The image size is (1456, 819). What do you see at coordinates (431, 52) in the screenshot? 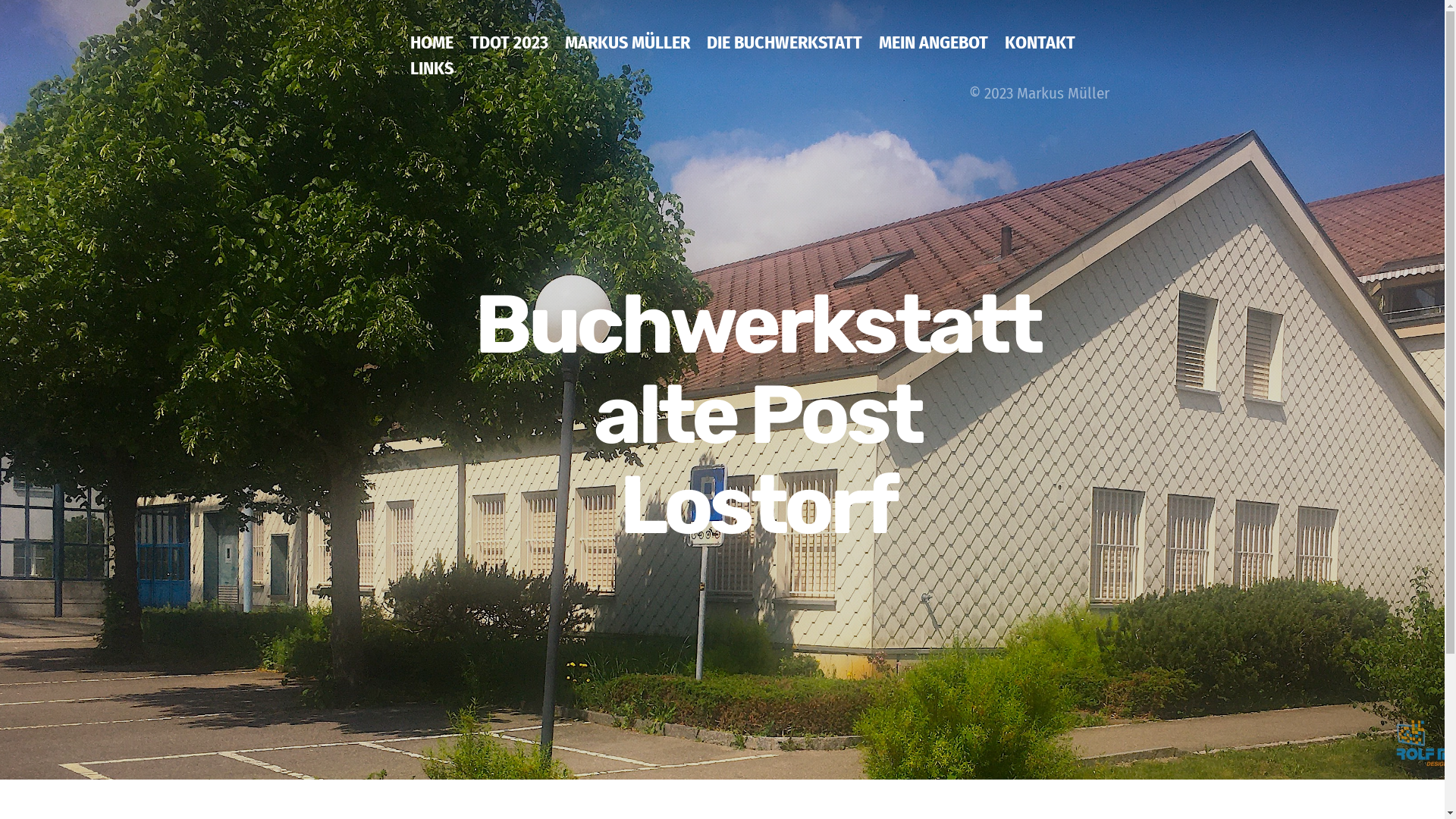
I see `'HOME'` at bounding box center [431, 52].